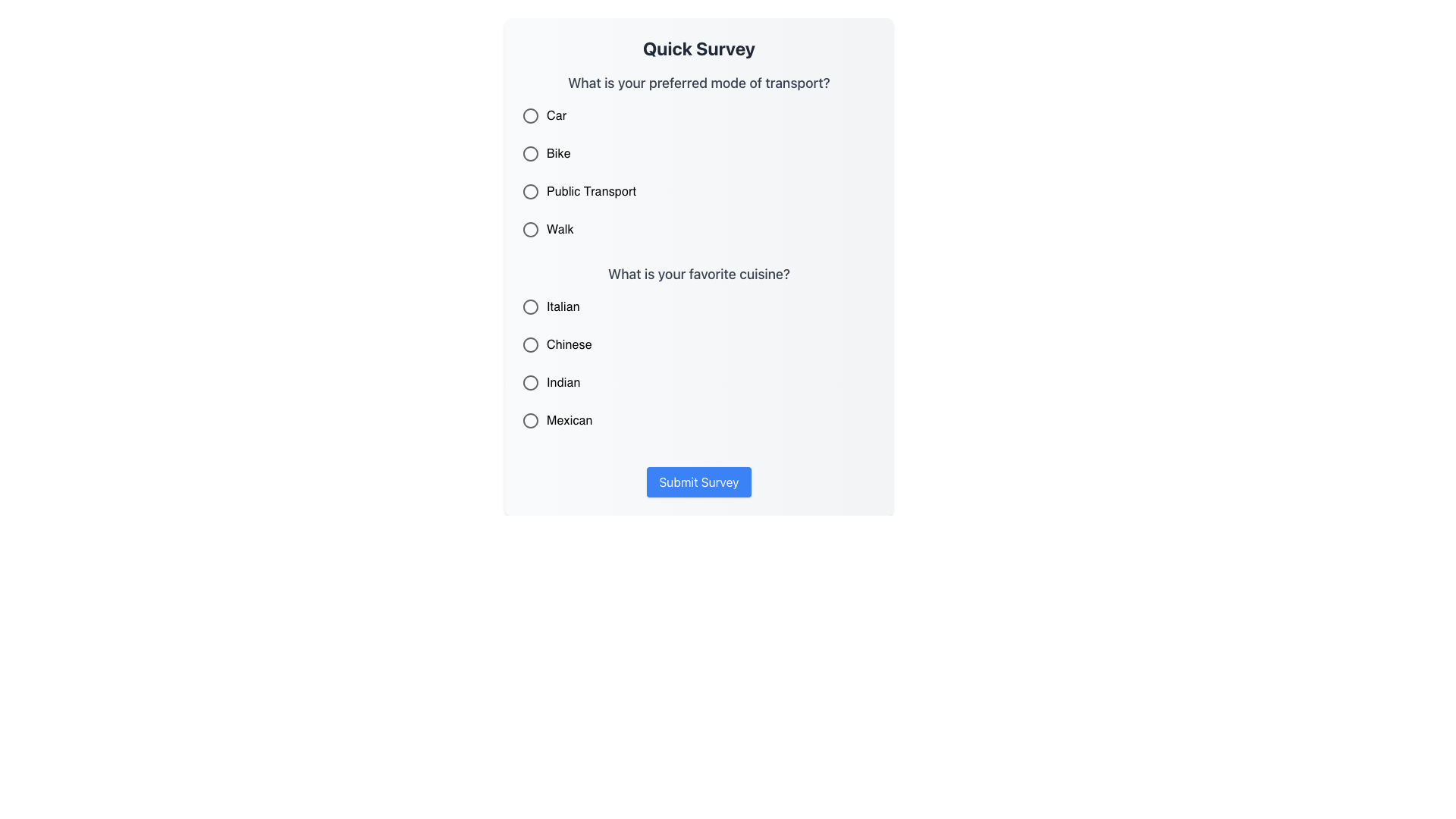  I want to click on the selected radio button for 'Walk', which is the fourth radio button in the group for the question 'What is your preferred mode of transport?', so click(531, 230).